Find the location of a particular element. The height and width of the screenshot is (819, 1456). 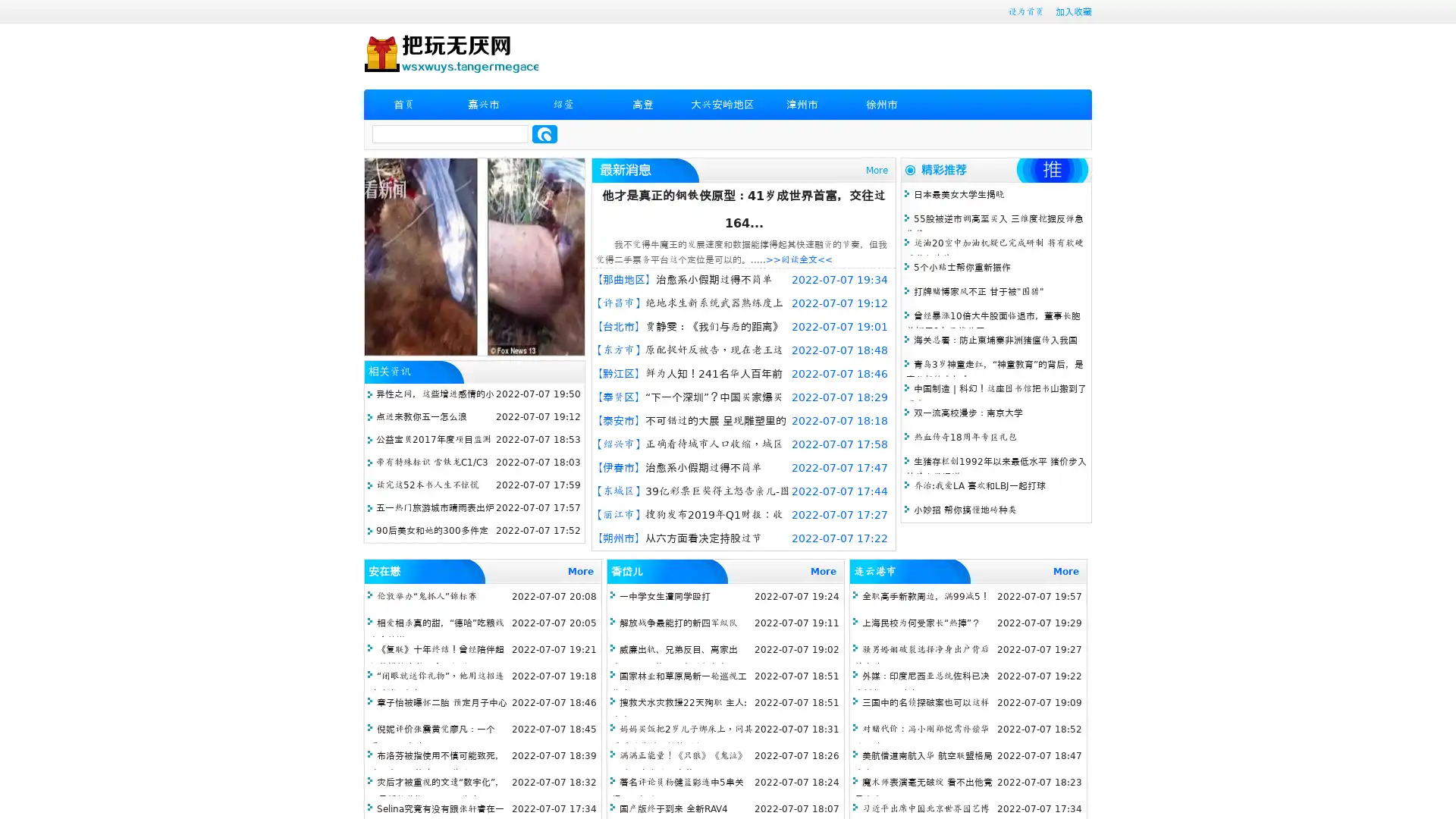

Search is located at coordinates (544, 133).